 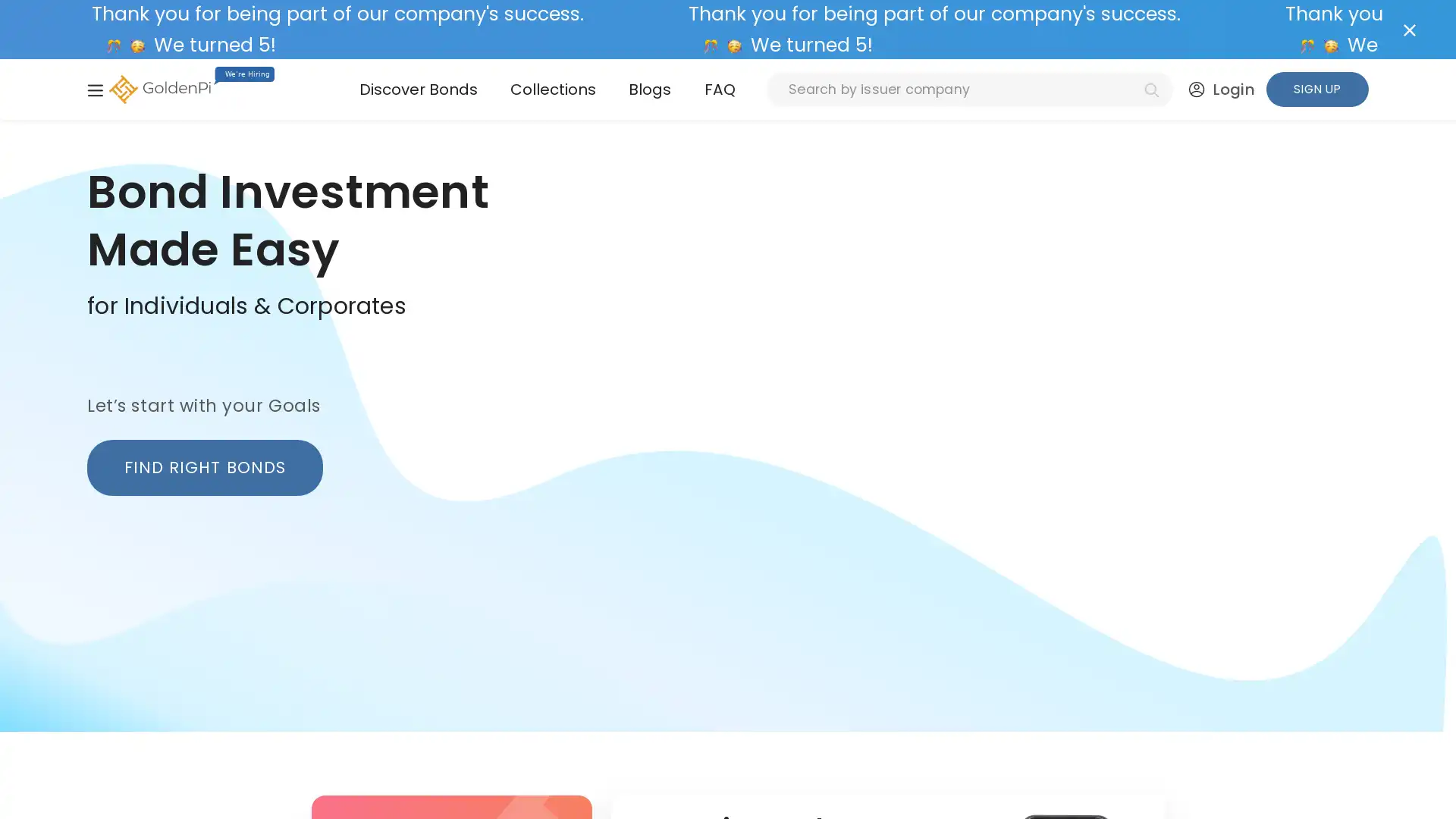 What do you see at coordinates (94, 89) in the screenshot?
I see `open` at bounding box center [94, 89].